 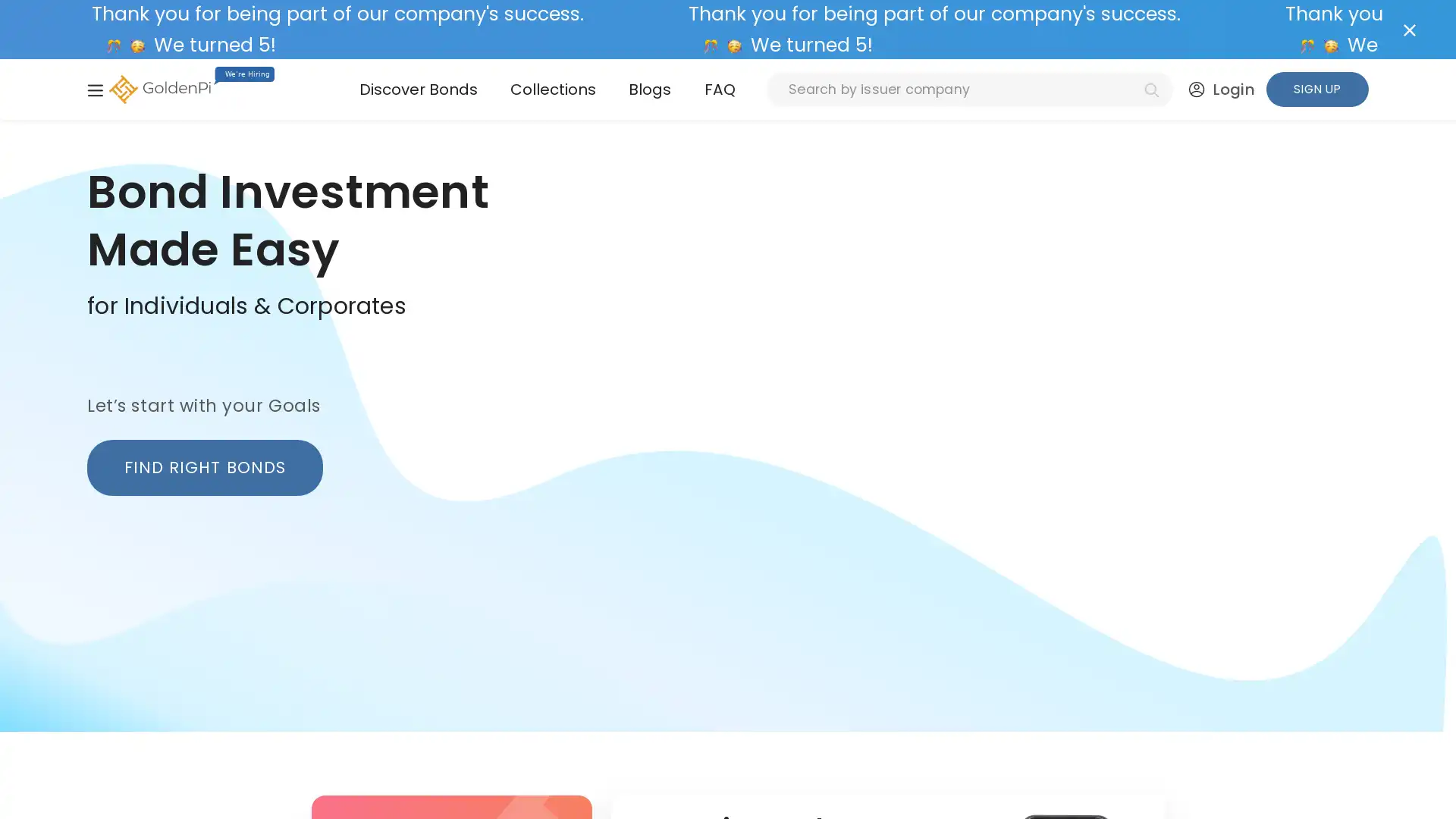 What do you see at coordinates (94, 89) in the screenshot?
I see `open` at bounding box center [94, 89].